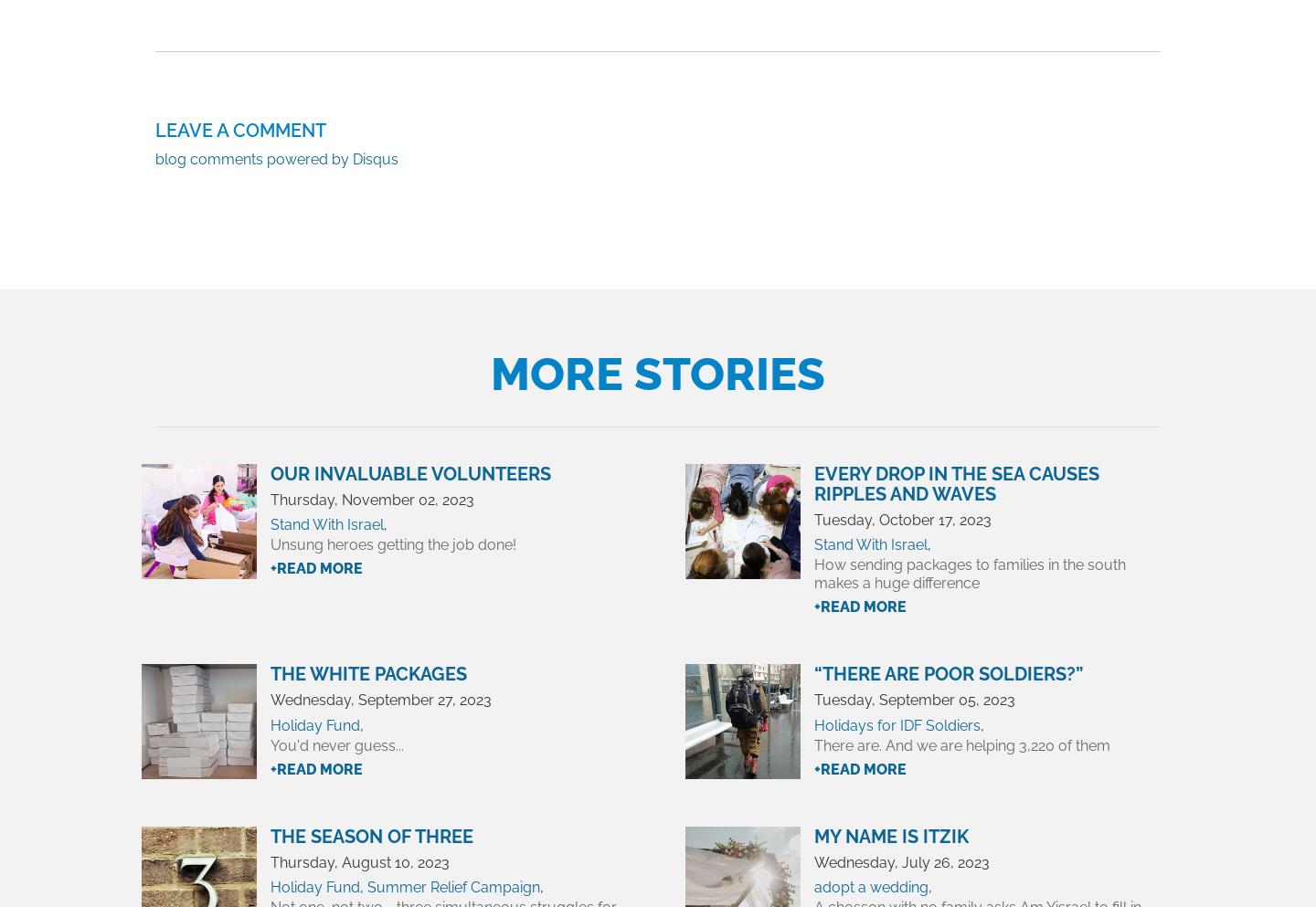  Describe the element at coordinates (367, 673) in the screenshot. I see `'The White Packages'` at that location.